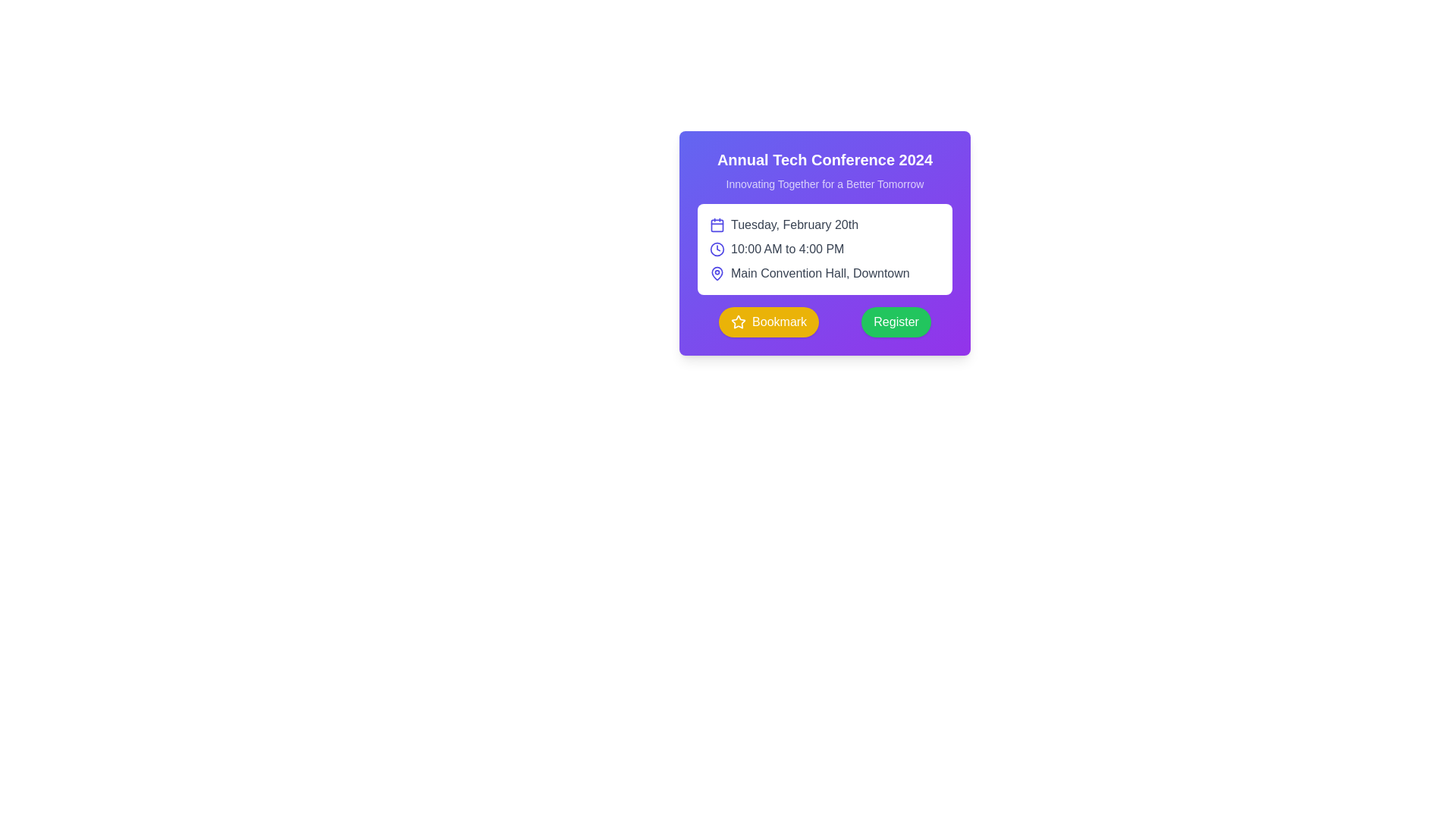 The image size is (1456, 819). I want to click on the SVG circle element of the clock icon located in the second row of the description card, which is slightly to the left of the time information '10:00 AM to 4:00 PM', so click(716, 248).